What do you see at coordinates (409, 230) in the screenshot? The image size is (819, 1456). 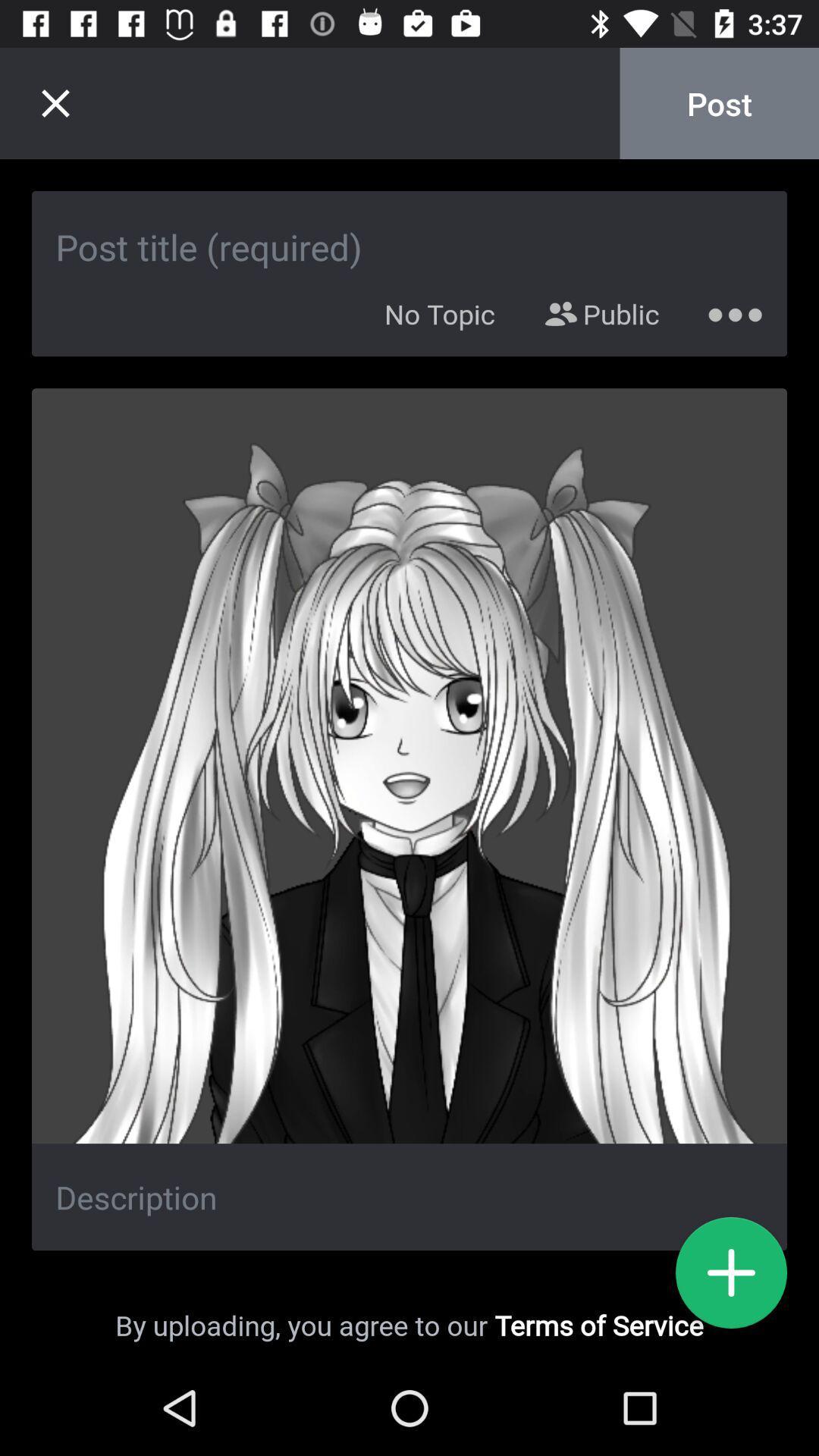 I see `image title` at bounding box center [409, 230].